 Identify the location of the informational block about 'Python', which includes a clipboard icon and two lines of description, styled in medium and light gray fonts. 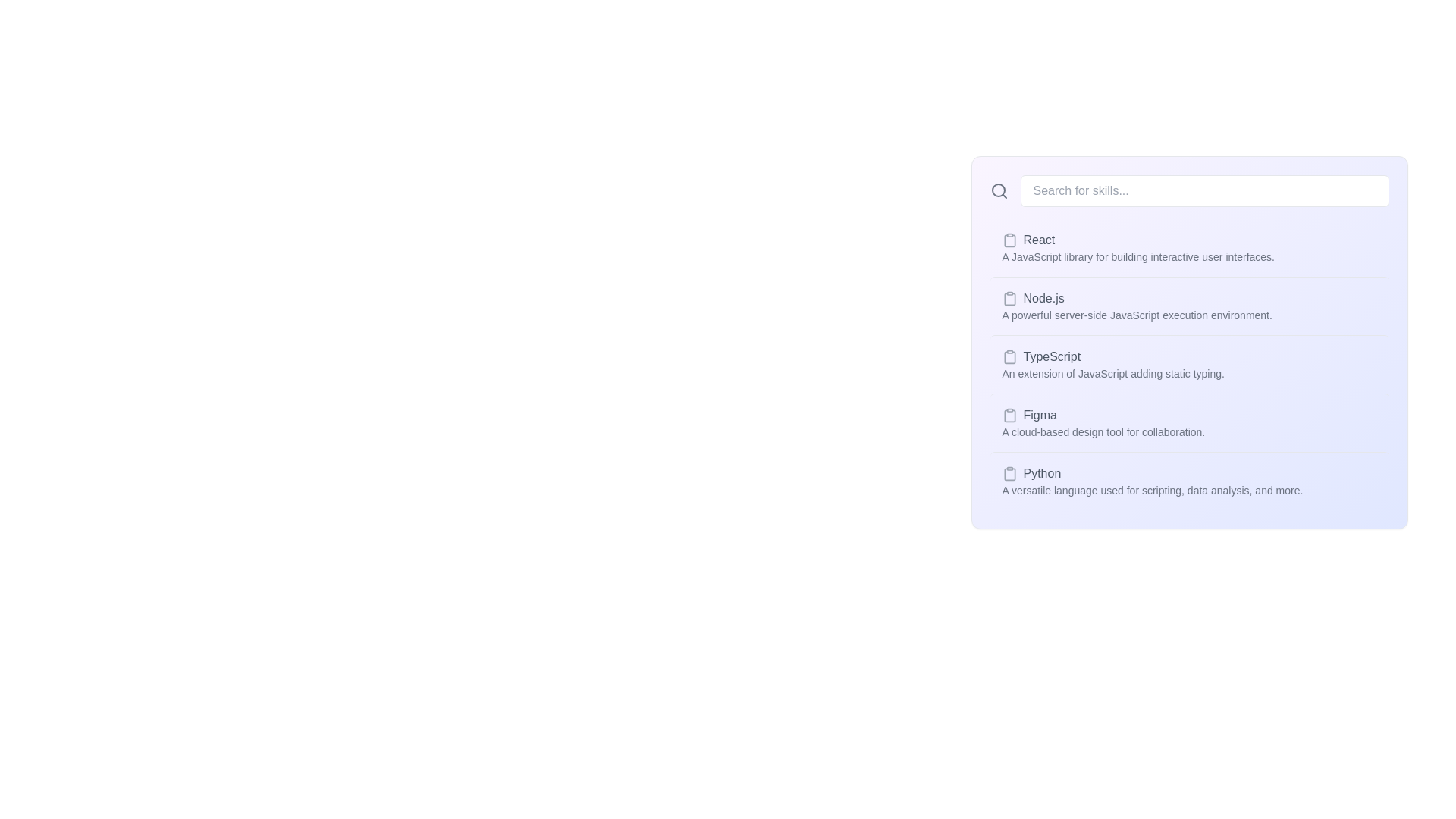
(1152, 482).